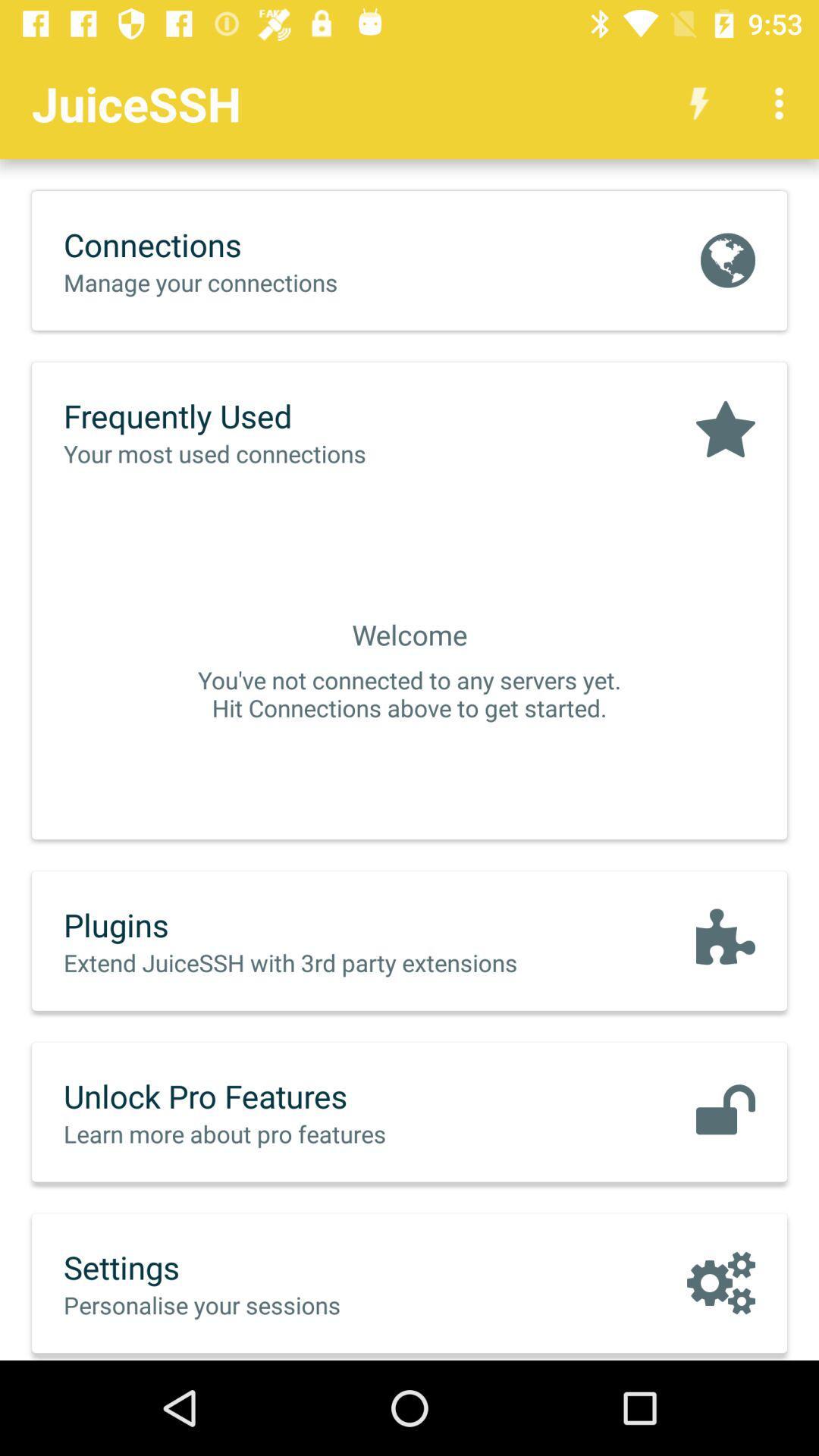 This screenshot has width=819, height=1456. I want to click on the item next to the unlock pro features icon, so click(724, 1112).